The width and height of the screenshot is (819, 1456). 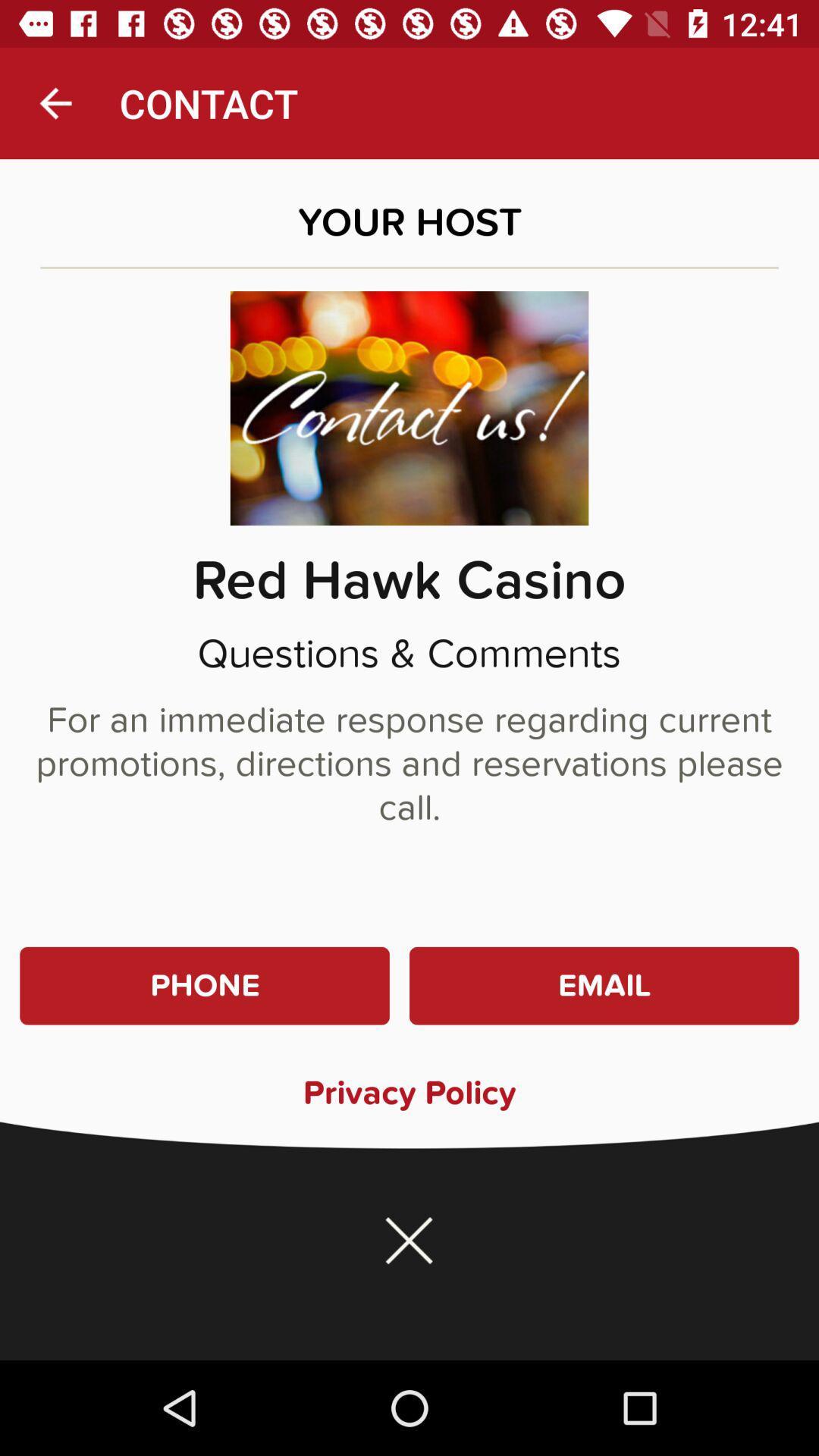 I want to click on exit screen, so click(x=409, y=1241).